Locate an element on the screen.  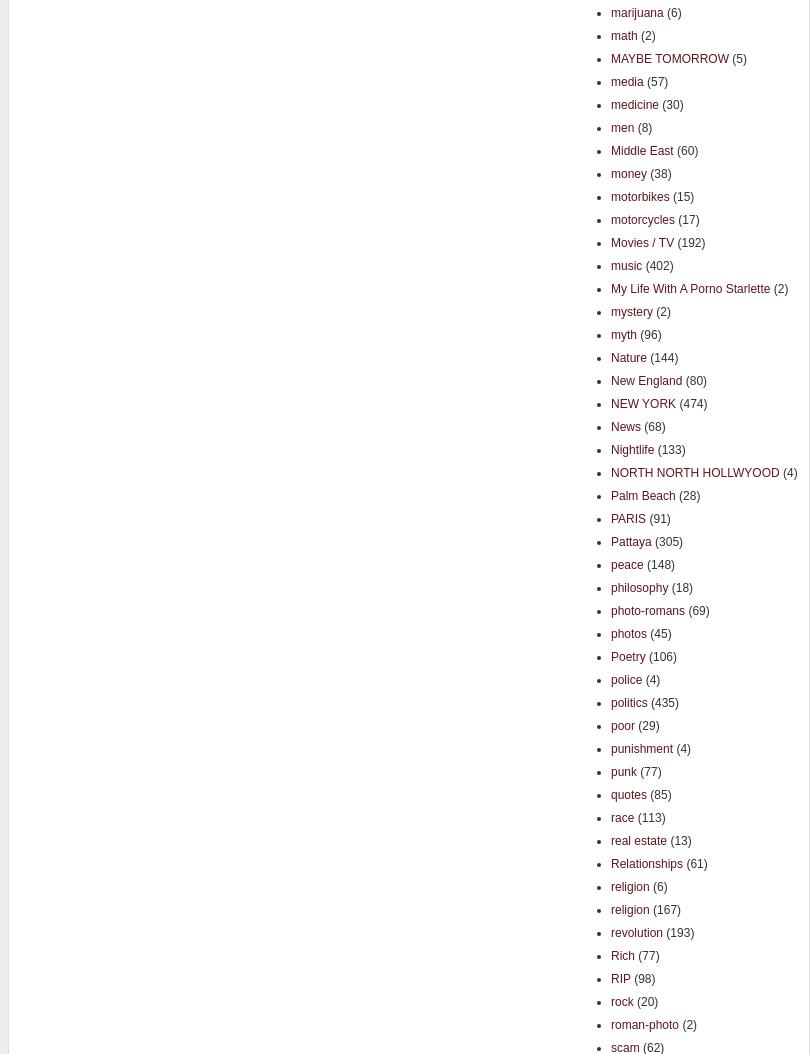
'(167)' is located at coordinates (647, 907).